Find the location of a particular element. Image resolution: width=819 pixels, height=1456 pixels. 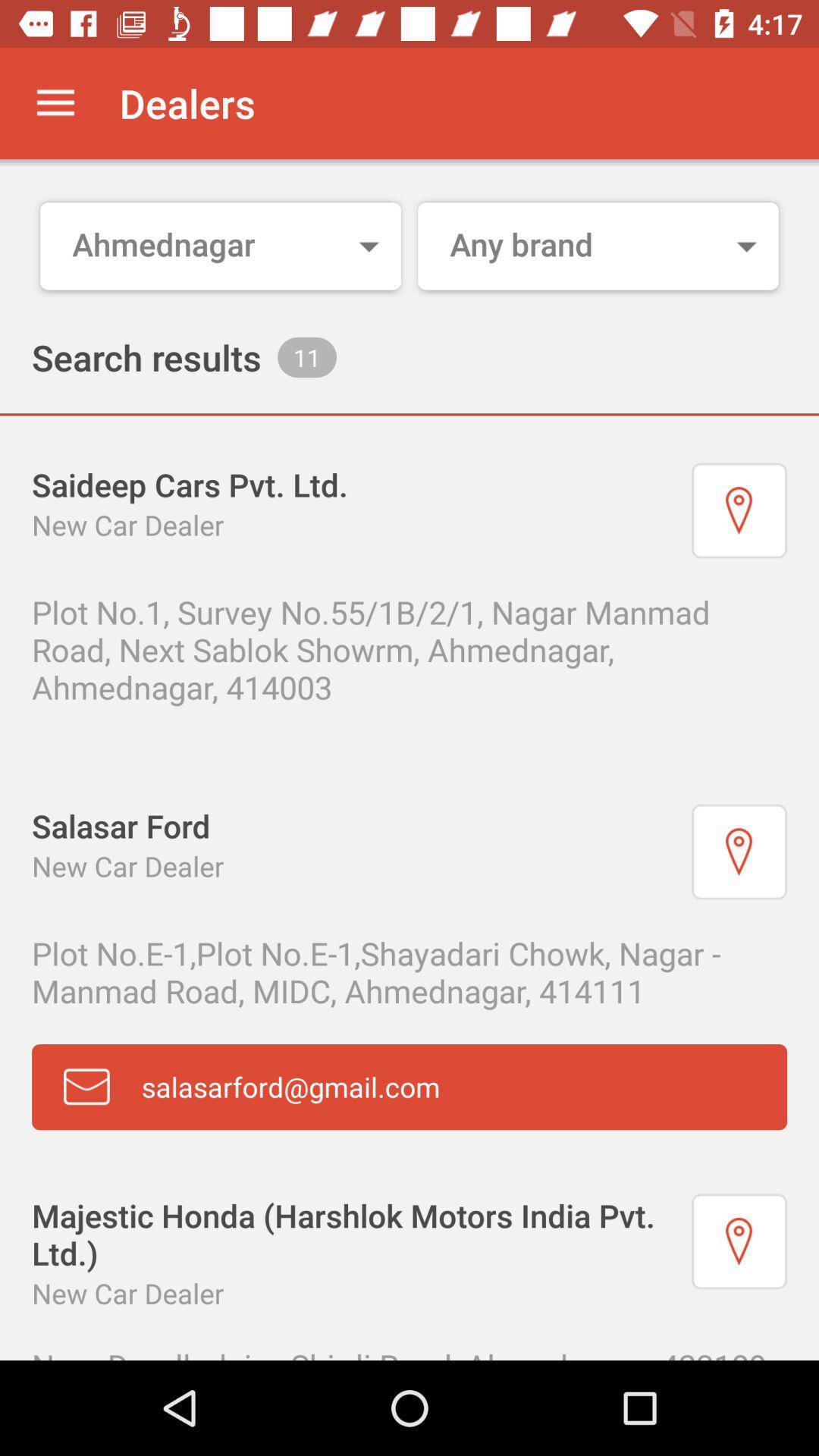

click for location is located at coordinates (739, 1241).